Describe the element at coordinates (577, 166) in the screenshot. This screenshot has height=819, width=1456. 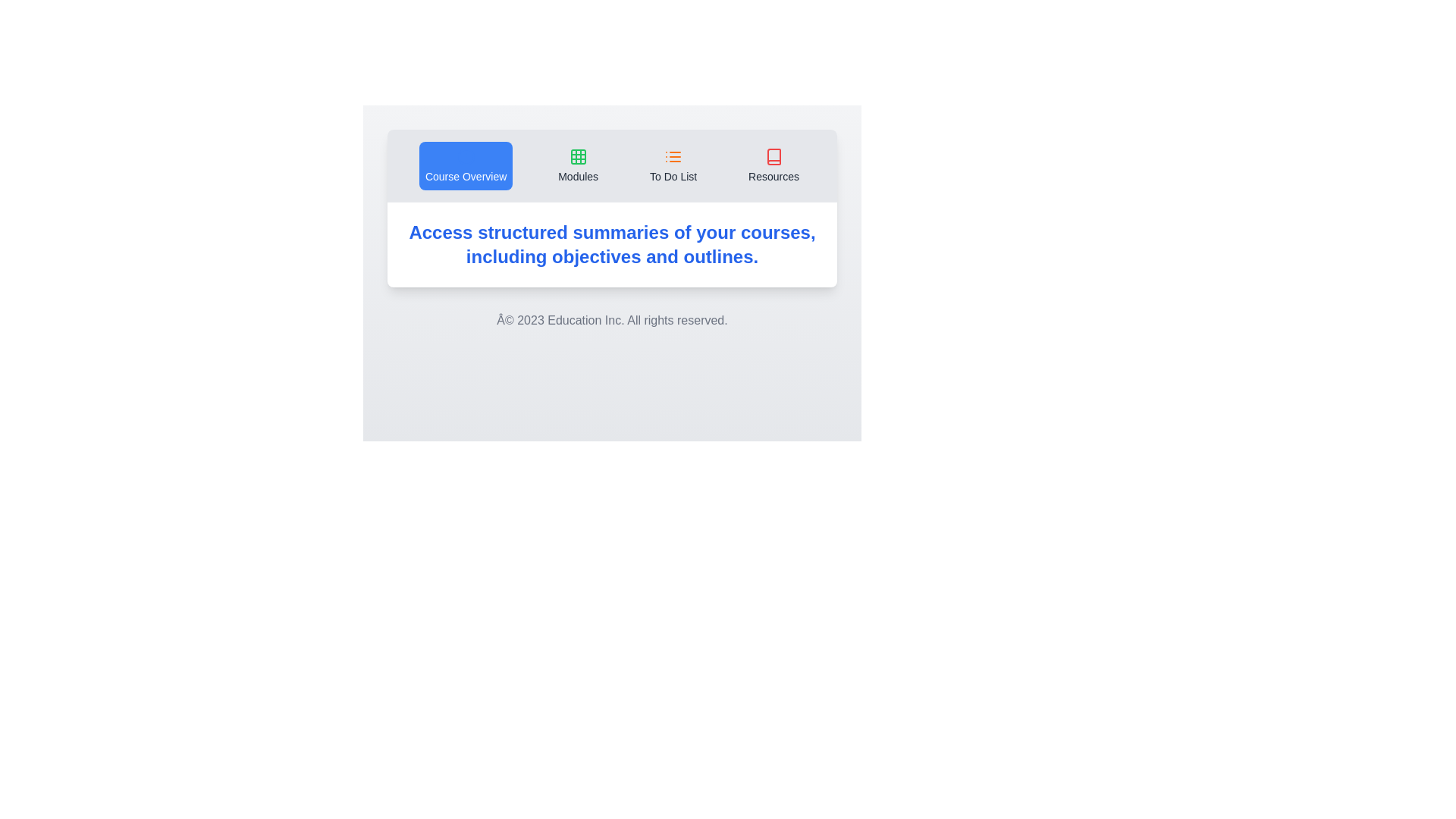
I see `the tab labeled Modules` at that location.